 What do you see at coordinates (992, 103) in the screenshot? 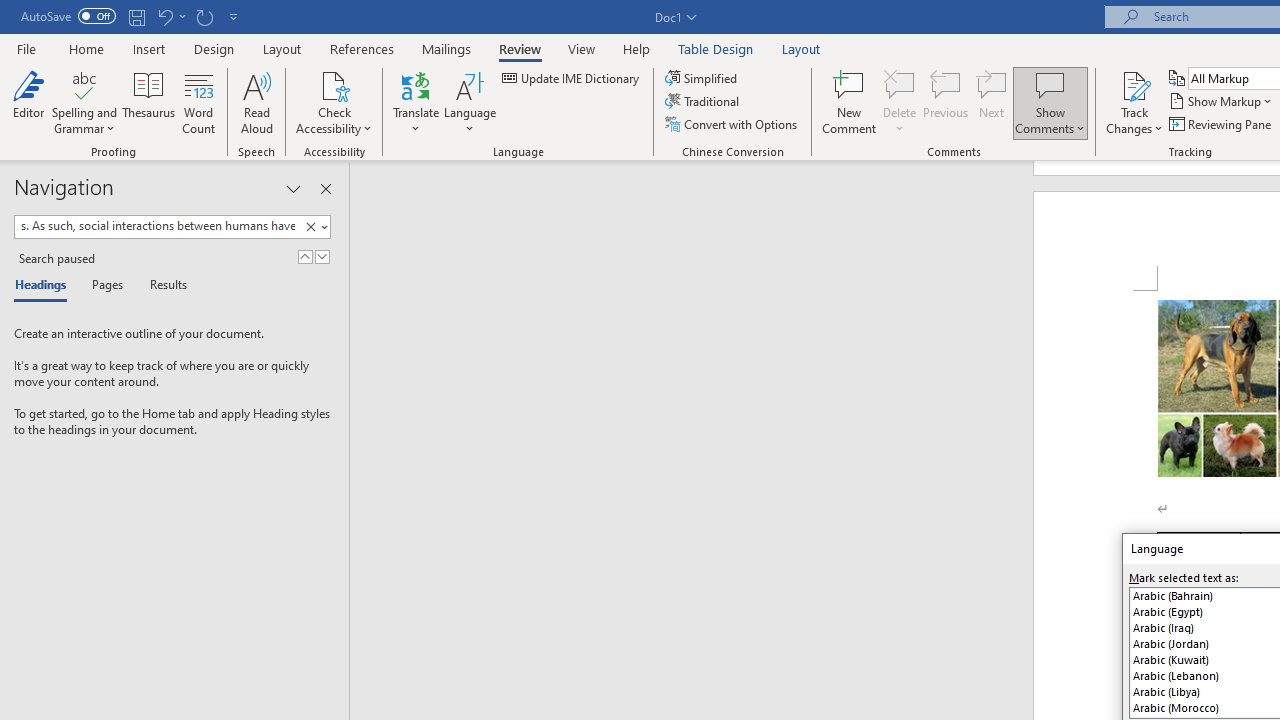
I see `'Next'` at bounding box center [992, 103].